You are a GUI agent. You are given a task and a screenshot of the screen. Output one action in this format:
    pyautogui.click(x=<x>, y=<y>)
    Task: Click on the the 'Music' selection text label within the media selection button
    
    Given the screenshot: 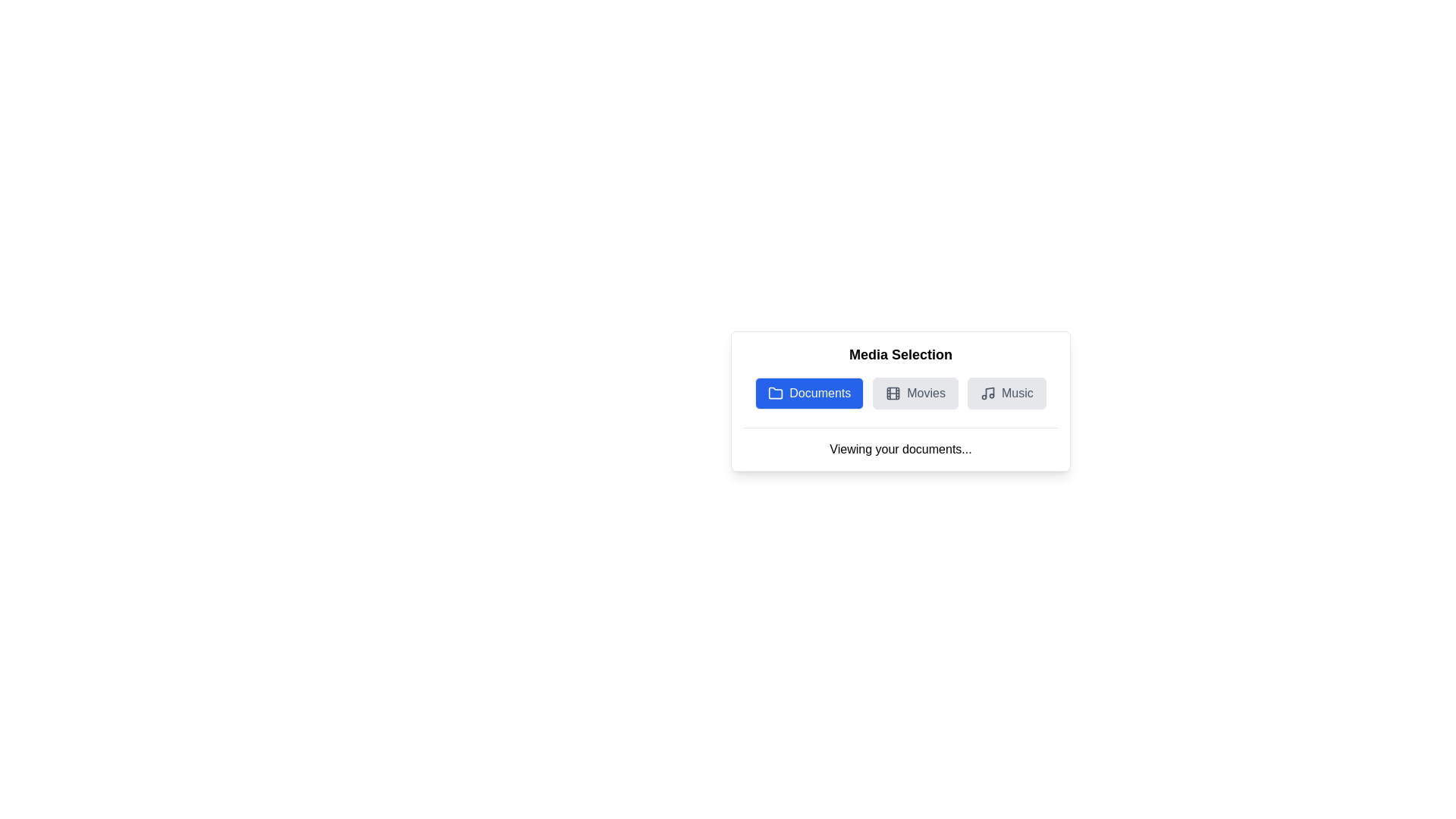 What is the action you would take?
    pyautogui.click(x=1017, y=393)
    